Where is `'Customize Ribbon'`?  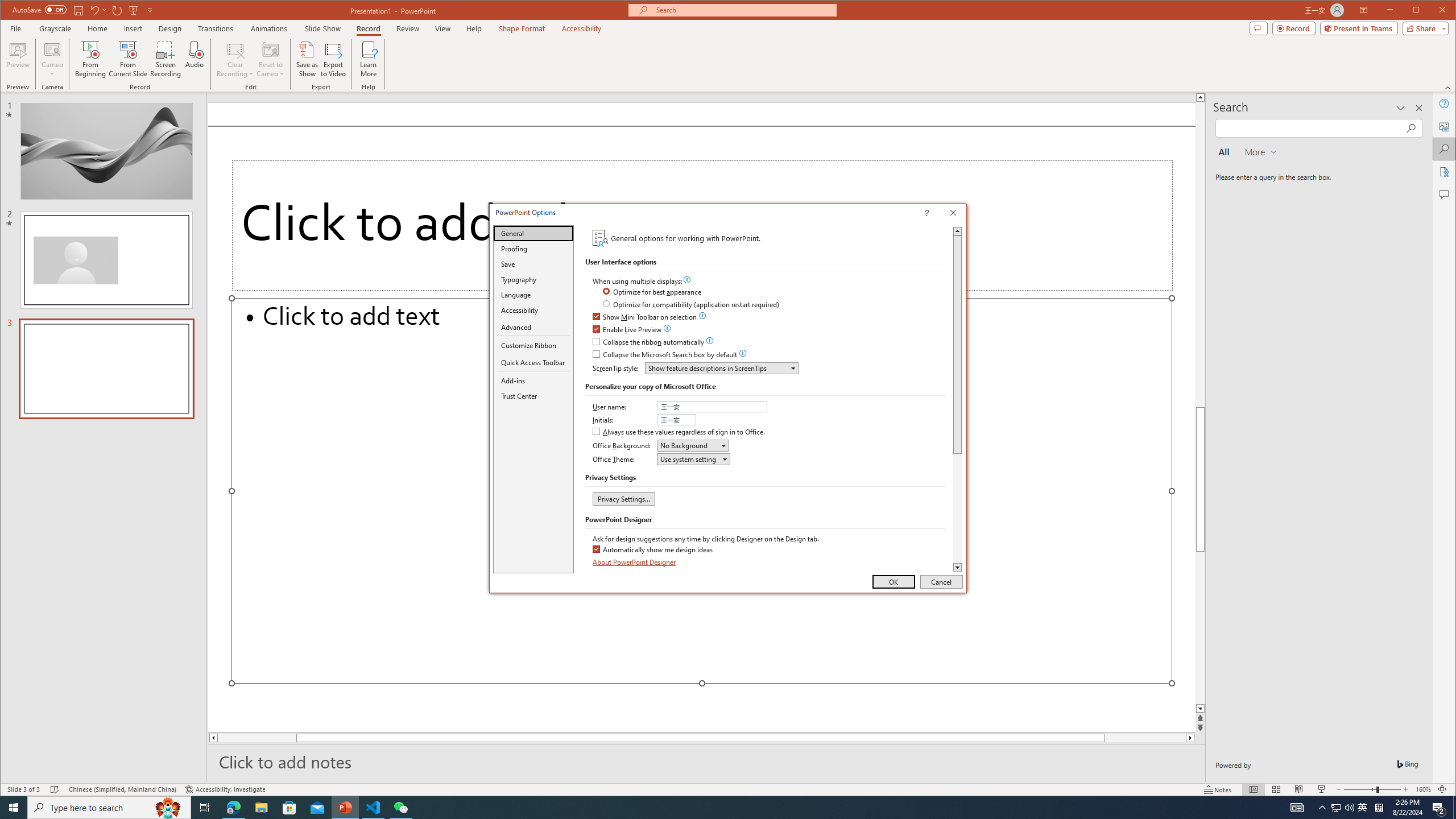
'Customize Ribbon' is located at coordinates (533, 344).